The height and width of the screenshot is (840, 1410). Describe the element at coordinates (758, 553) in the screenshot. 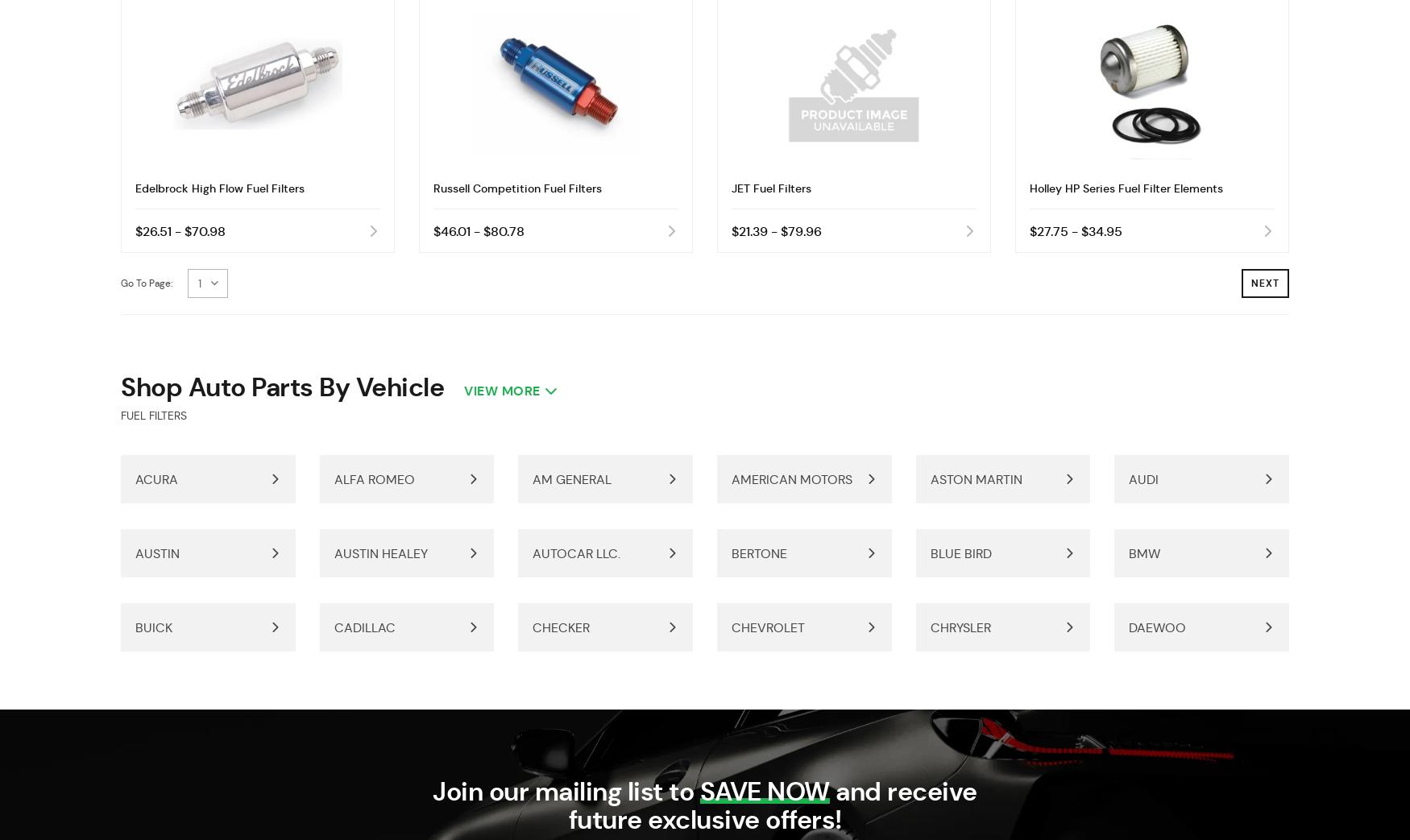

I see `'BERTONE'` at that location.